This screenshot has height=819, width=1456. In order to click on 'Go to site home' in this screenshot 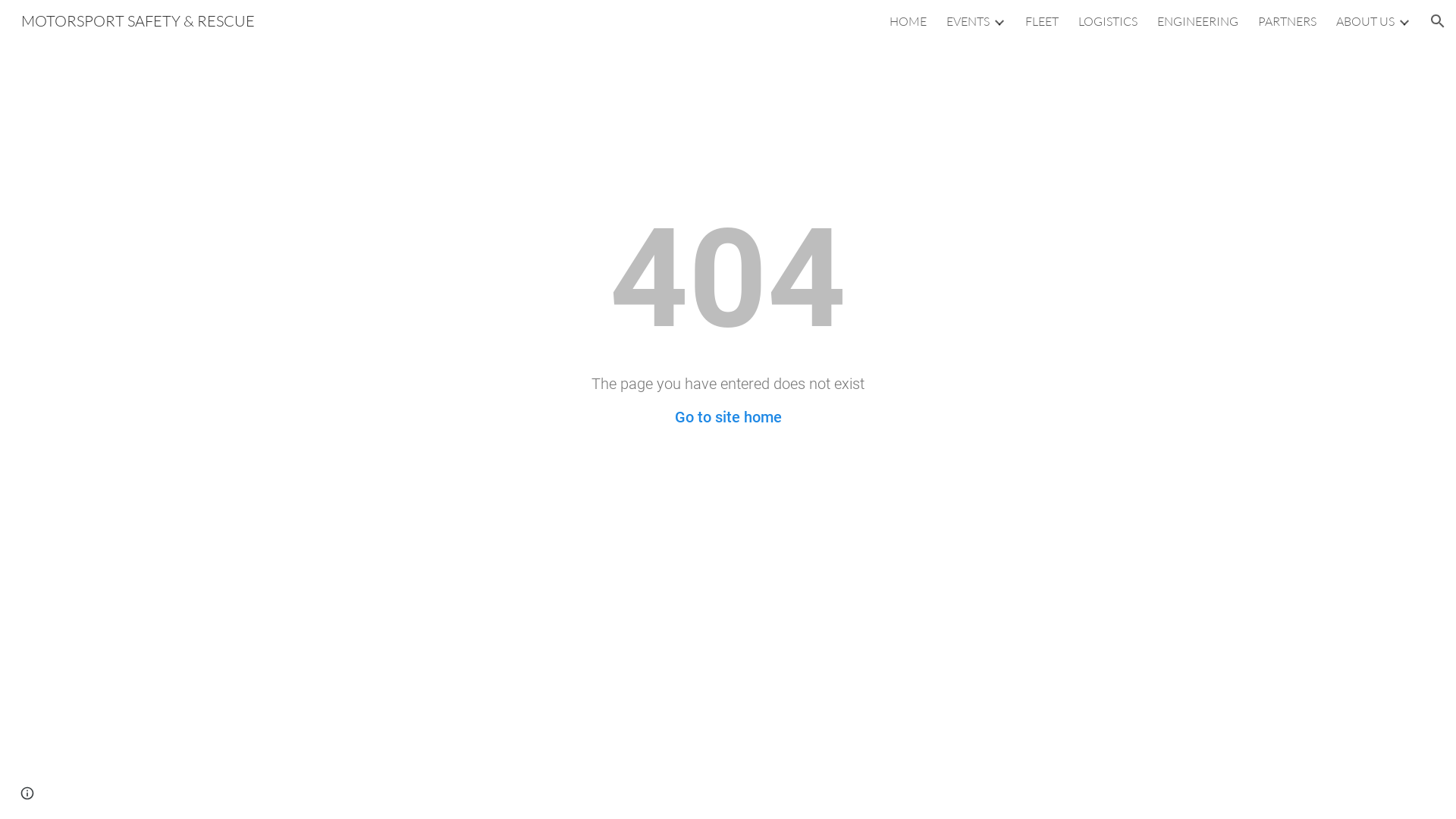, I will do `click(728, 417)`.